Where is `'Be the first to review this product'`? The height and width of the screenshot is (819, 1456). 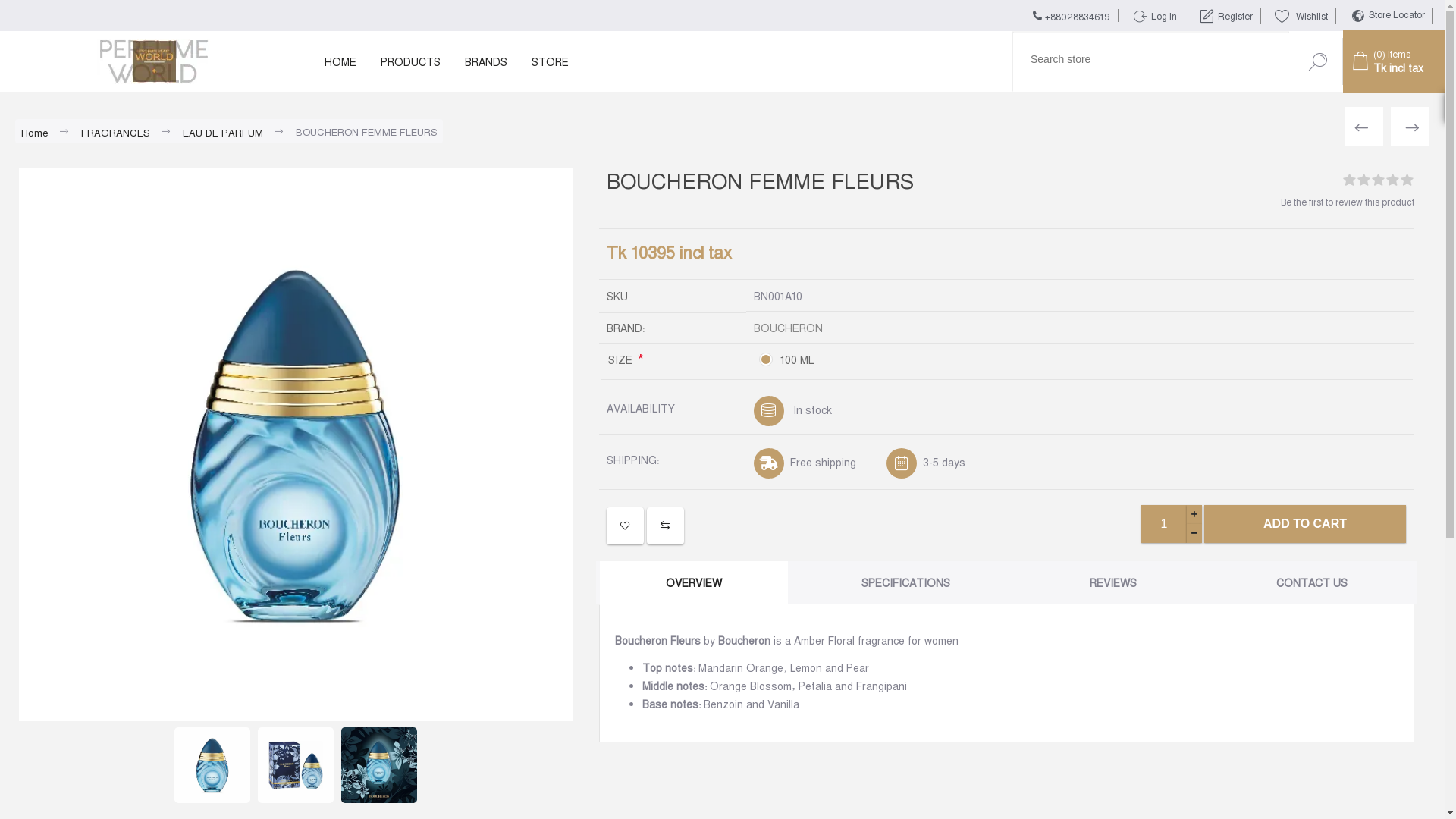 'Be the first to review this product' is located at coordinates (1347, 201).